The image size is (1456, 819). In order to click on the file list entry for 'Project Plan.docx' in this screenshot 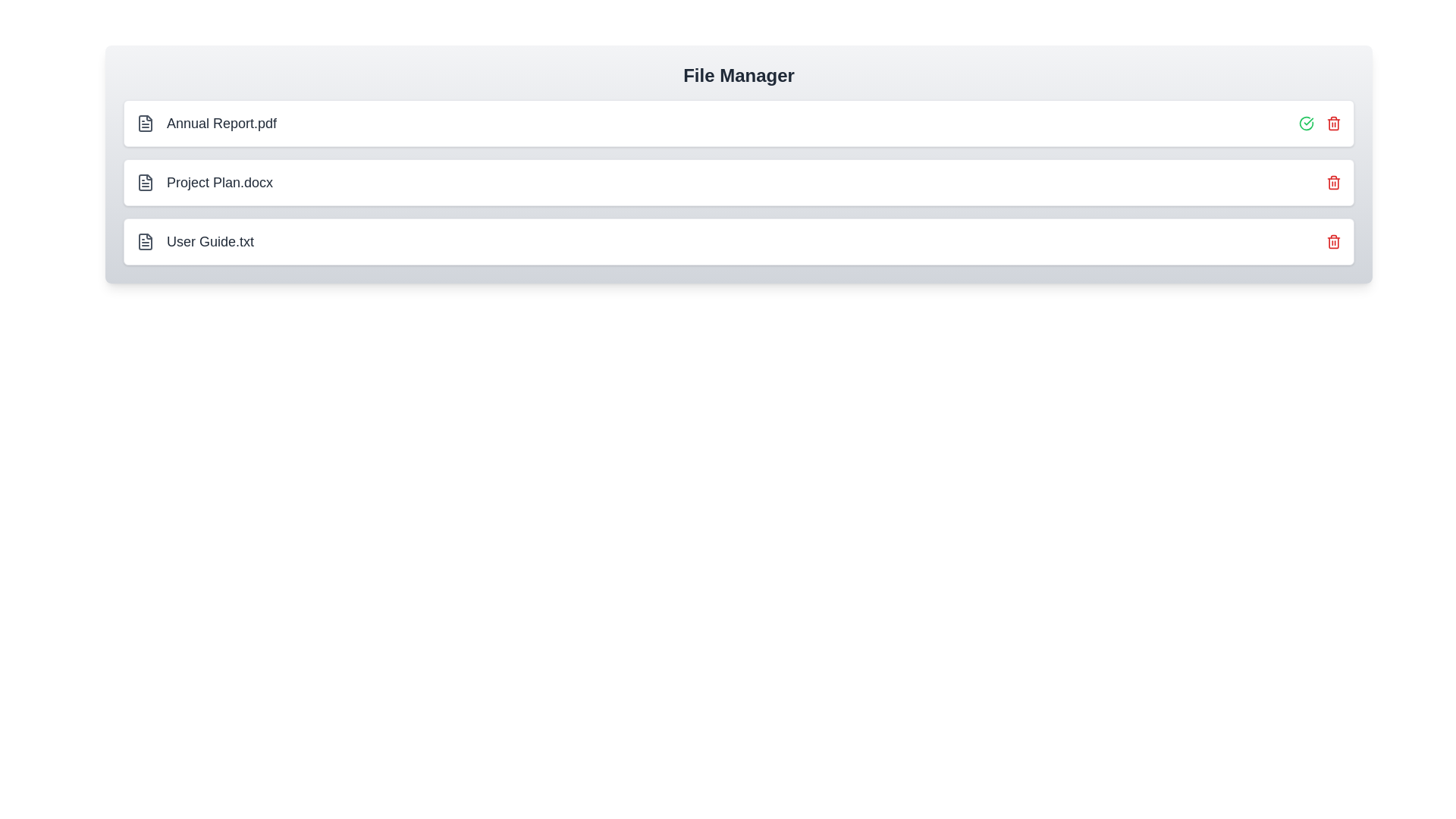, I will do `click(203, 181)`.